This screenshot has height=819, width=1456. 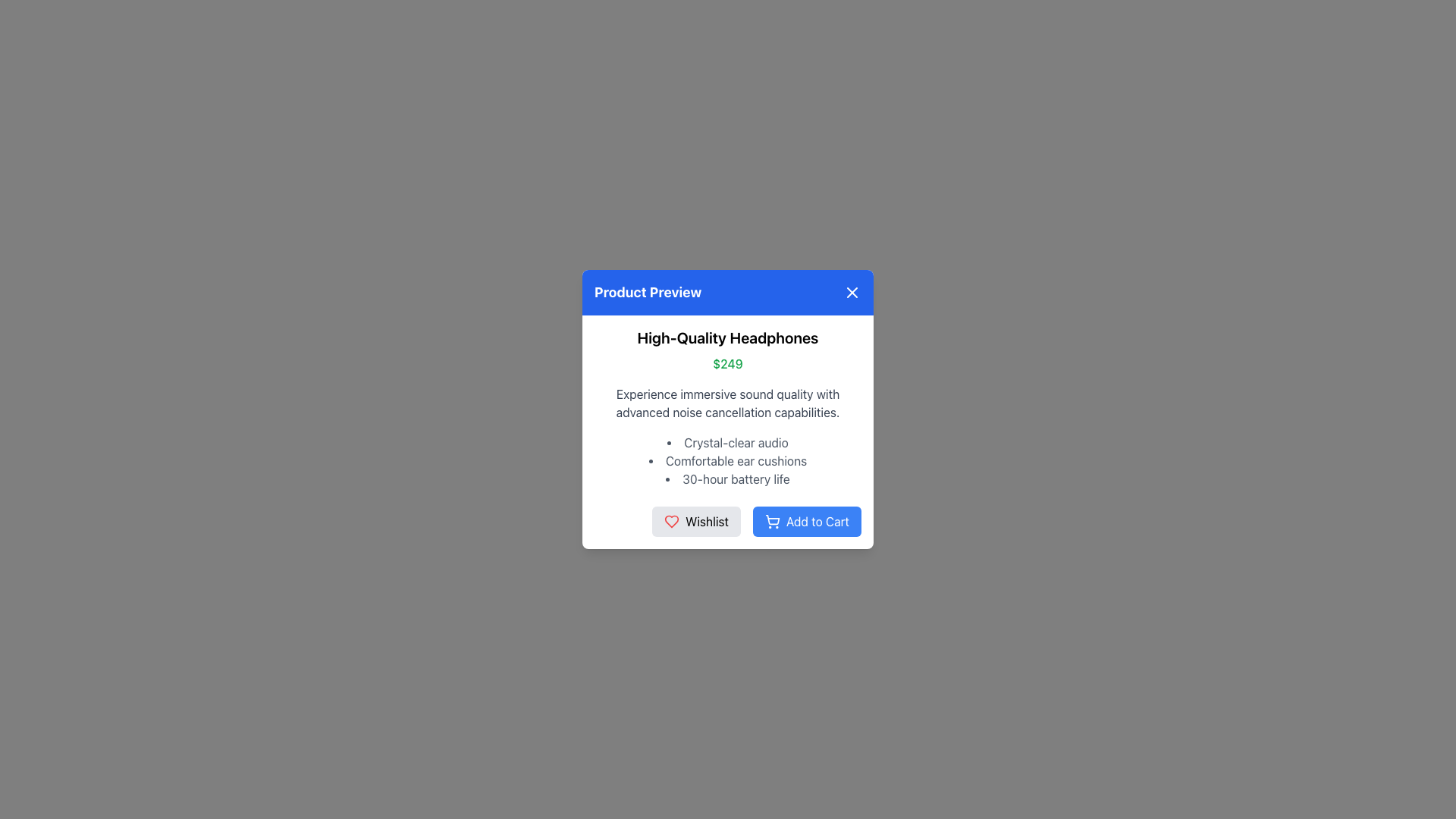 I want to click on the 'Add to Cart' button, so click(x=806, y=520).